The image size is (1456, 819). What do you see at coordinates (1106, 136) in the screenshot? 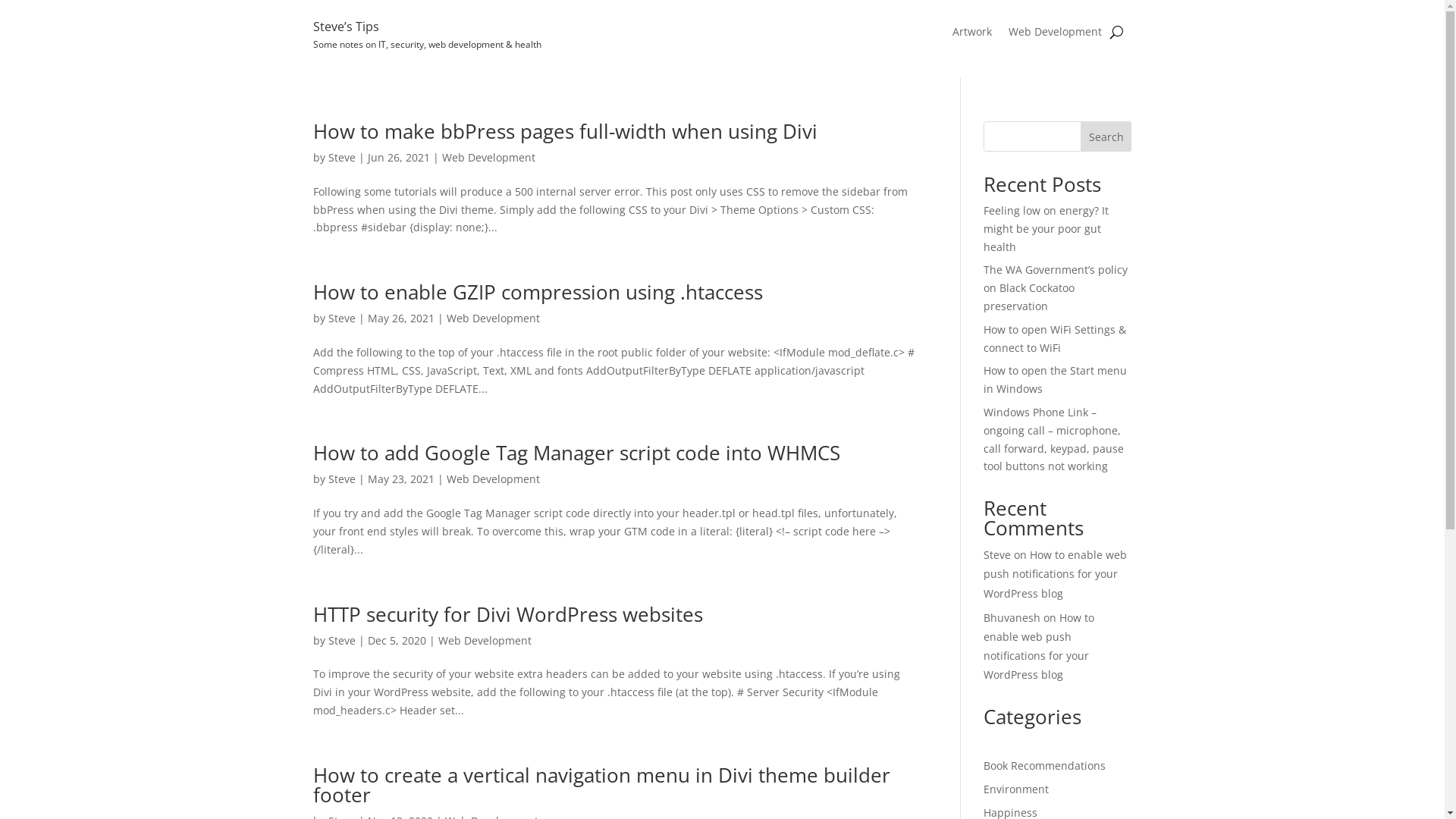
I see `'Search'` at bounding box center [1106, 136].